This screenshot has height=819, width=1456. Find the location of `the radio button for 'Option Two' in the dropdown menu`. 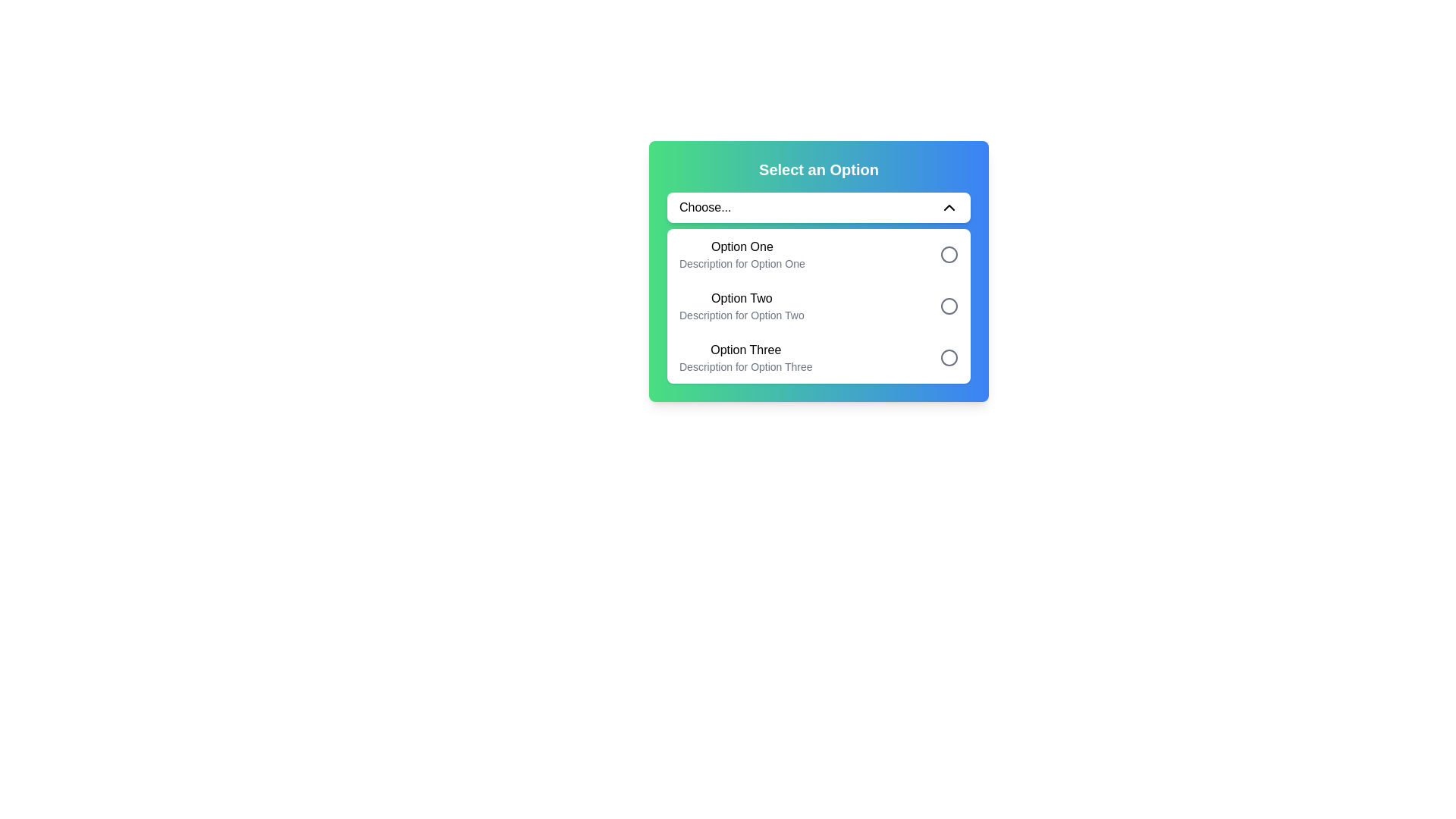

the radio button for 'Option Two' in the dropdown menu is located at coordinates (949, 306).